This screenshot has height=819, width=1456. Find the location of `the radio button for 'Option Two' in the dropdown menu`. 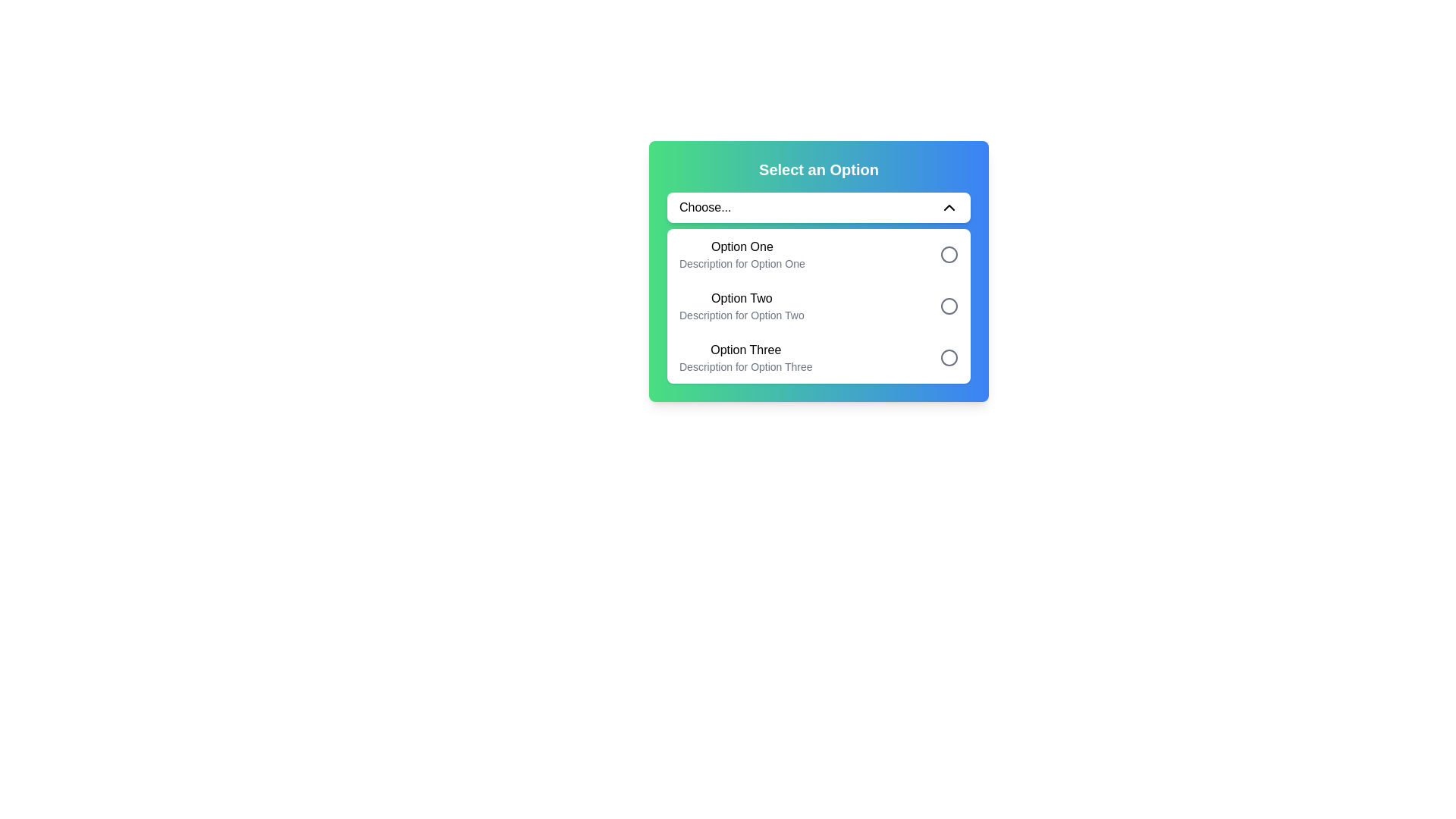

the radio button for 'Option Two' in the dropdown menu is located at coordinates (949, 306).